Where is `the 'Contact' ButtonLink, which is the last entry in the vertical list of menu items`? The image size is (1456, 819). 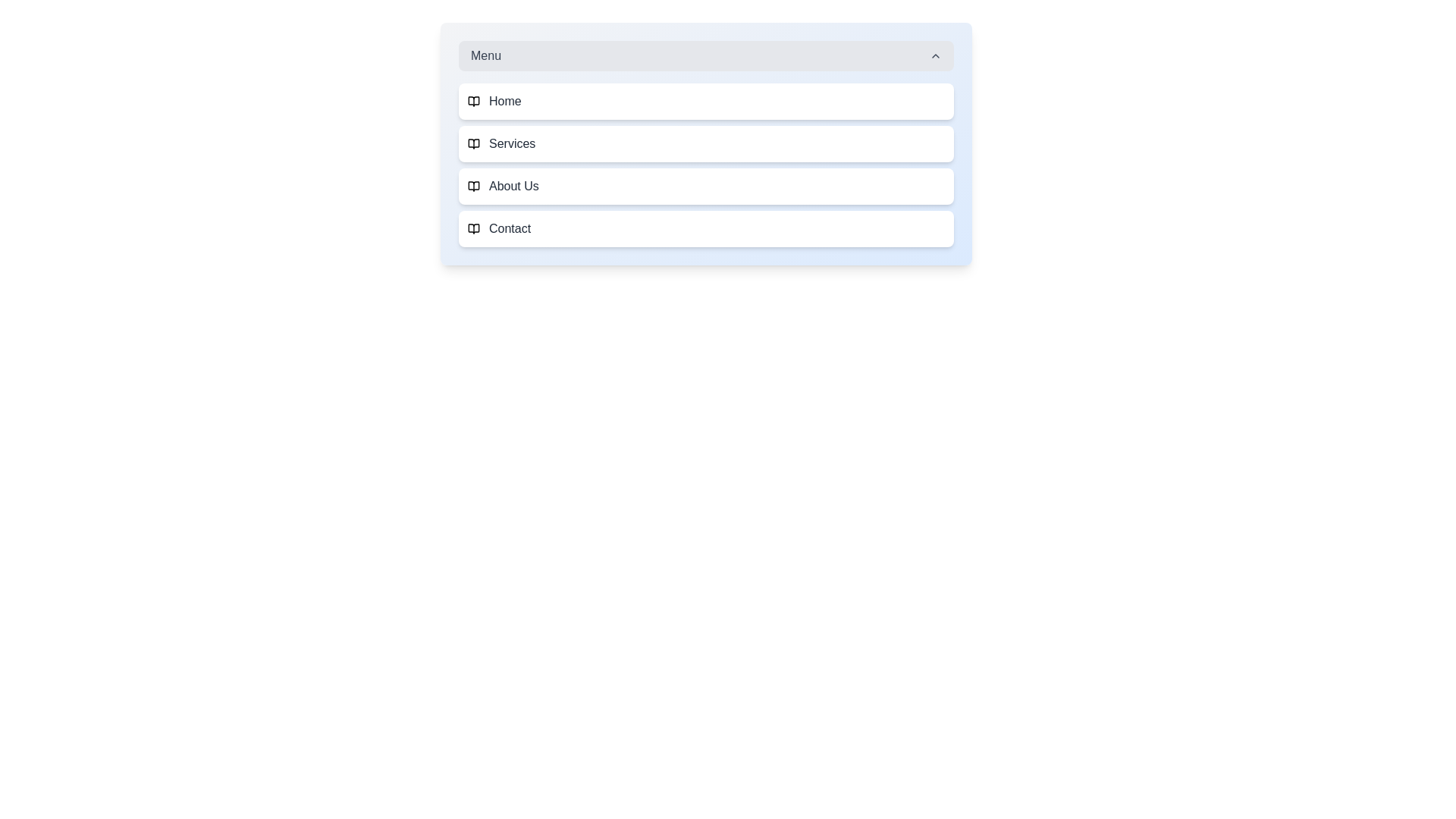
the 'Contact' ButtonLink, which is the last entry in the vertical list of menu items is located at coordinates (705, 228).